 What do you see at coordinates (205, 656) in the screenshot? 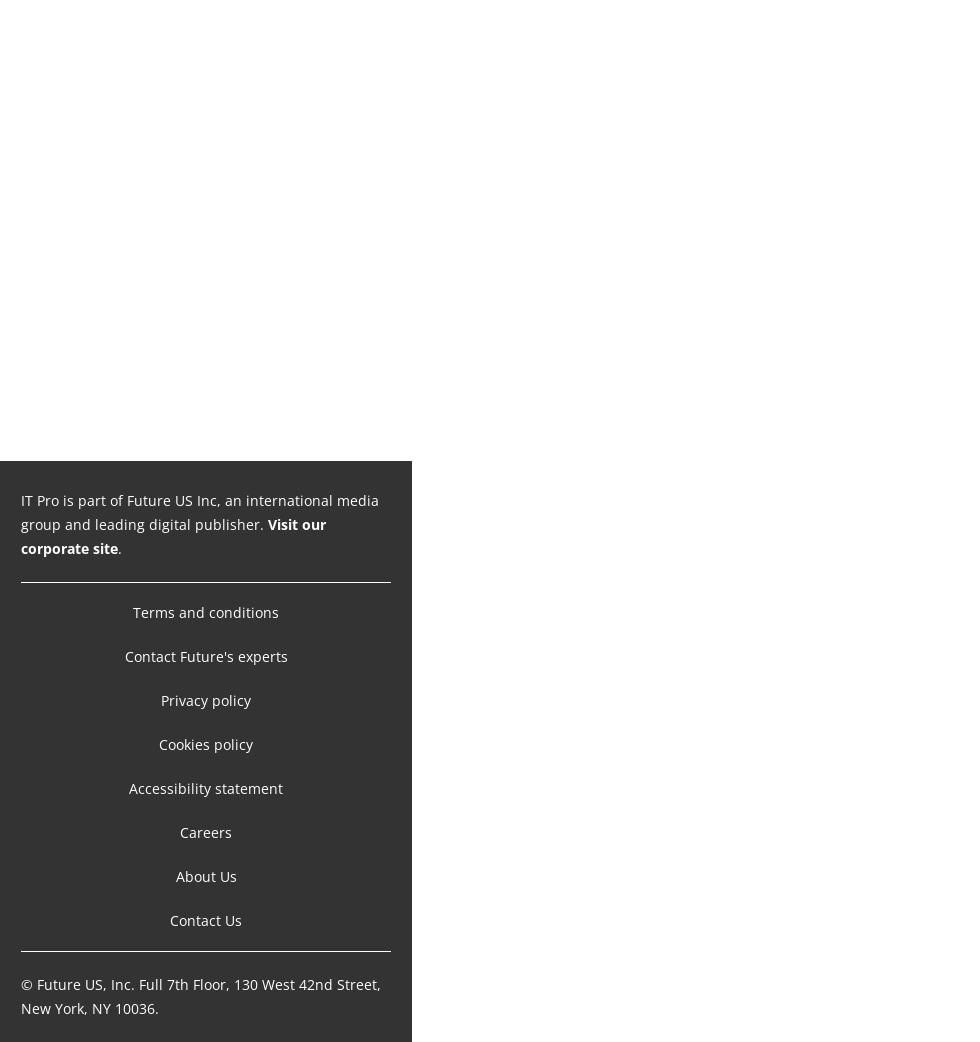
I see `'Contact Future's experts'` at bounding box center [205, 656].